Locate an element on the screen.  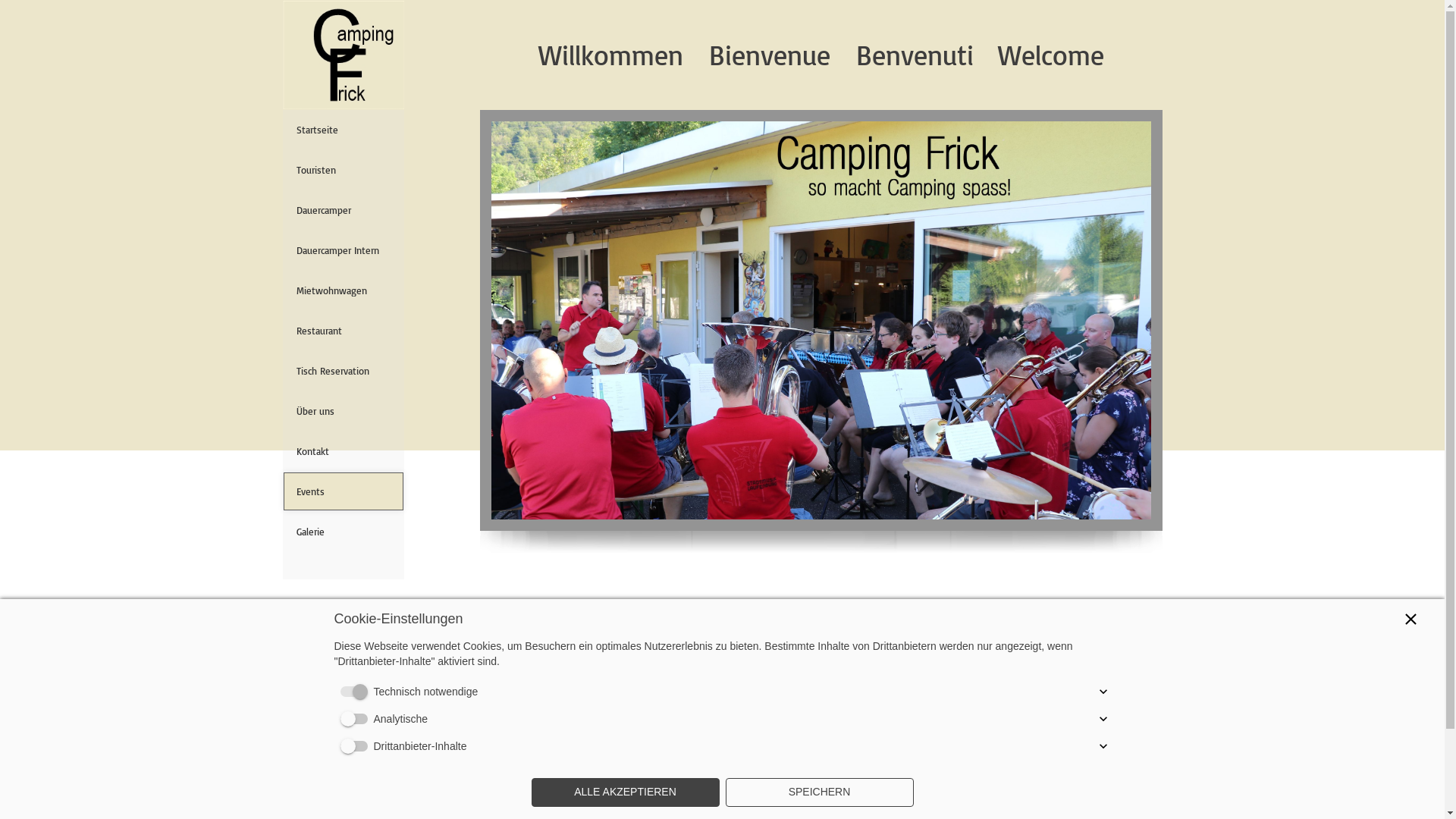
'Kontakt' is located at coordinates (341, 450).